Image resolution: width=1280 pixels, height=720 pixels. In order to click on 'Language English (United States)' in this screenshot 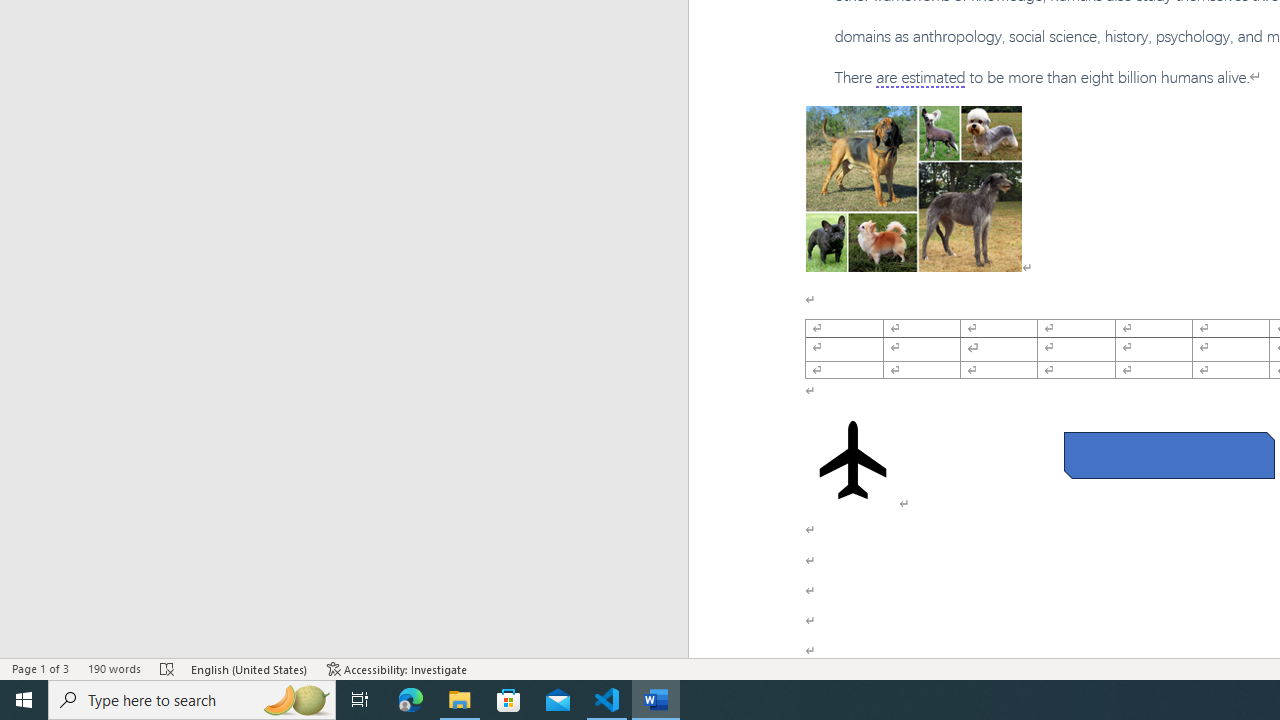, I will do `click(249, 669)`.